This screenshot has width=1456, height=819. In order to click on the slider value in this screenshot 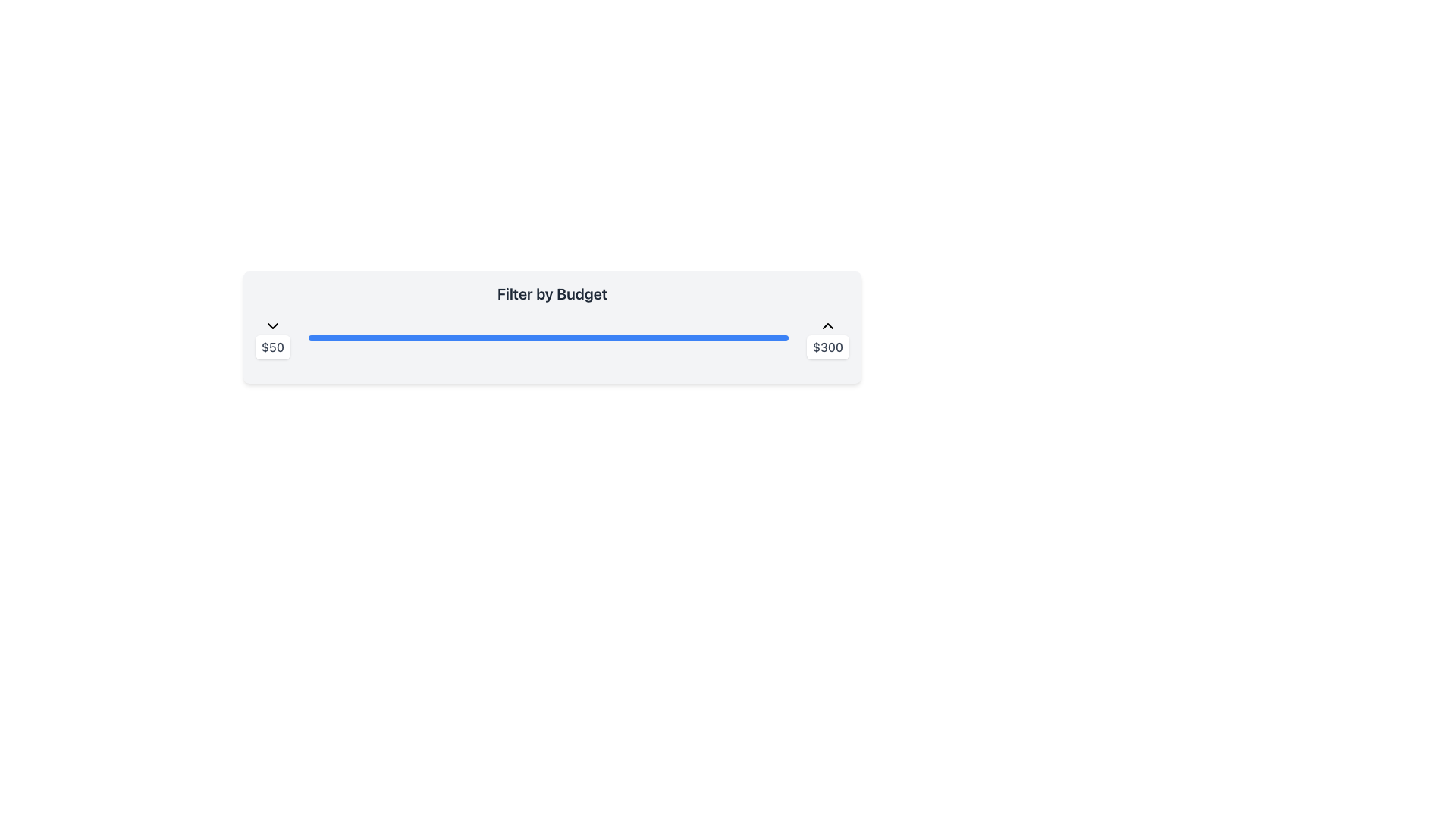, I will do `click(748, 337)`.